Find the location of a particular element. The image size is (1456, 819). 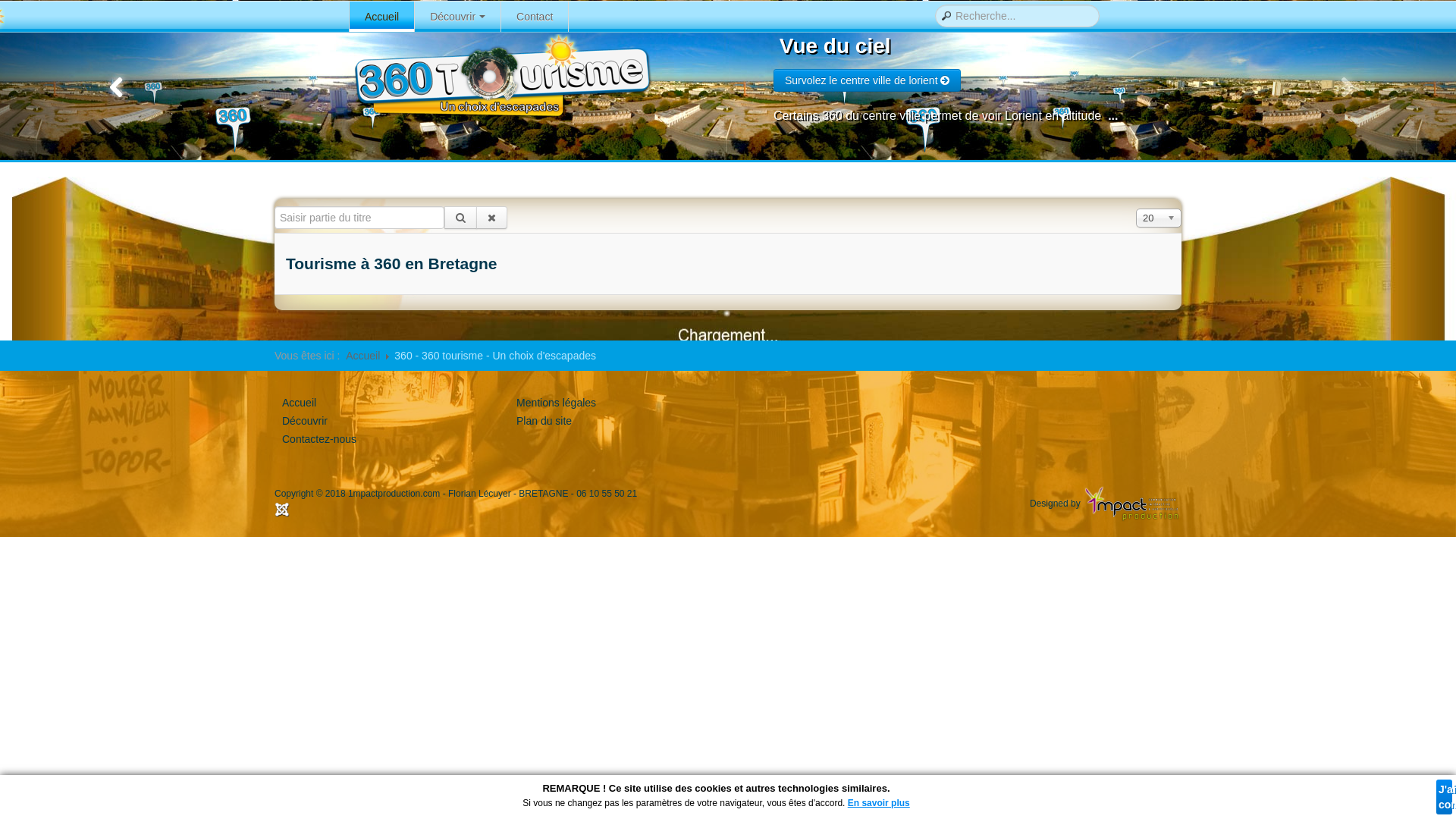

'Designed by' is located at coordinates (1106, 503).